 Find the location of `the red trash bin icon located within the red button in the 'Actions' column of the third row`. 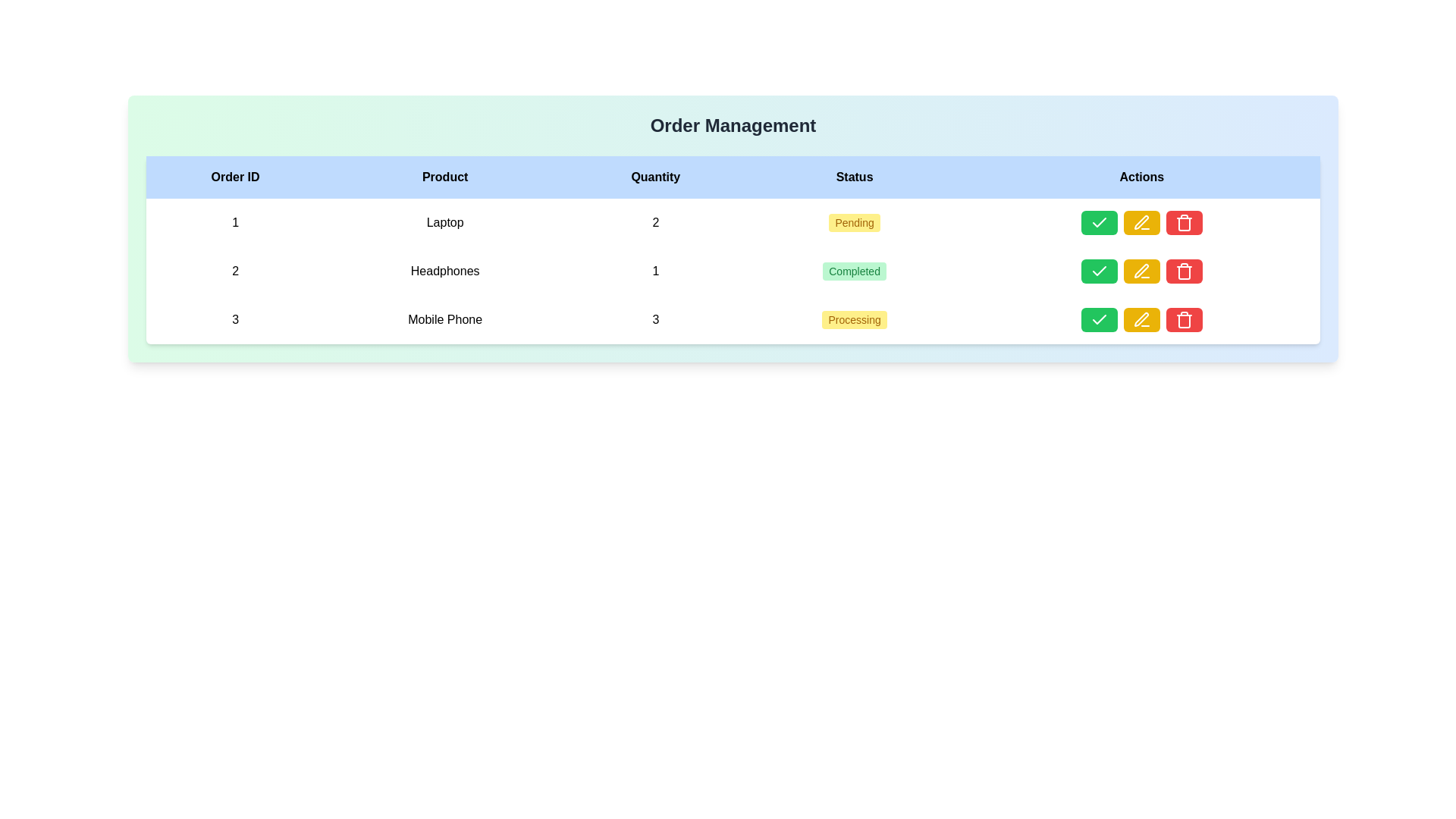

the red trash bin icon located within the red button in the 'Actions' column of the third row is located at coordinates (1183, 222).